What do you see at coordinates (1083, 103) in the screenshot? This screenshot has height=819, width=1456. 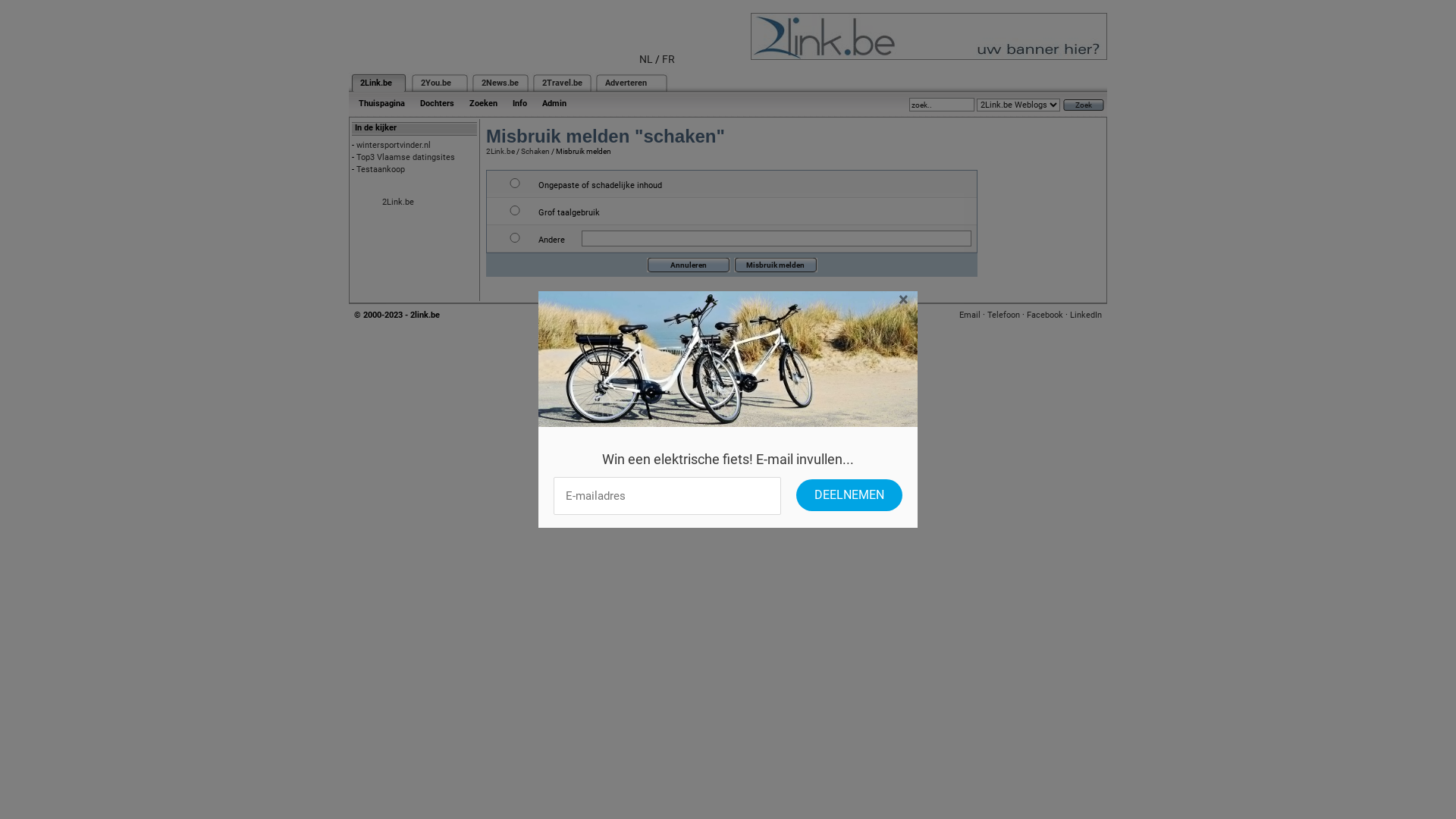 I see `'Zoek'` at bounding box center [1083, 103].